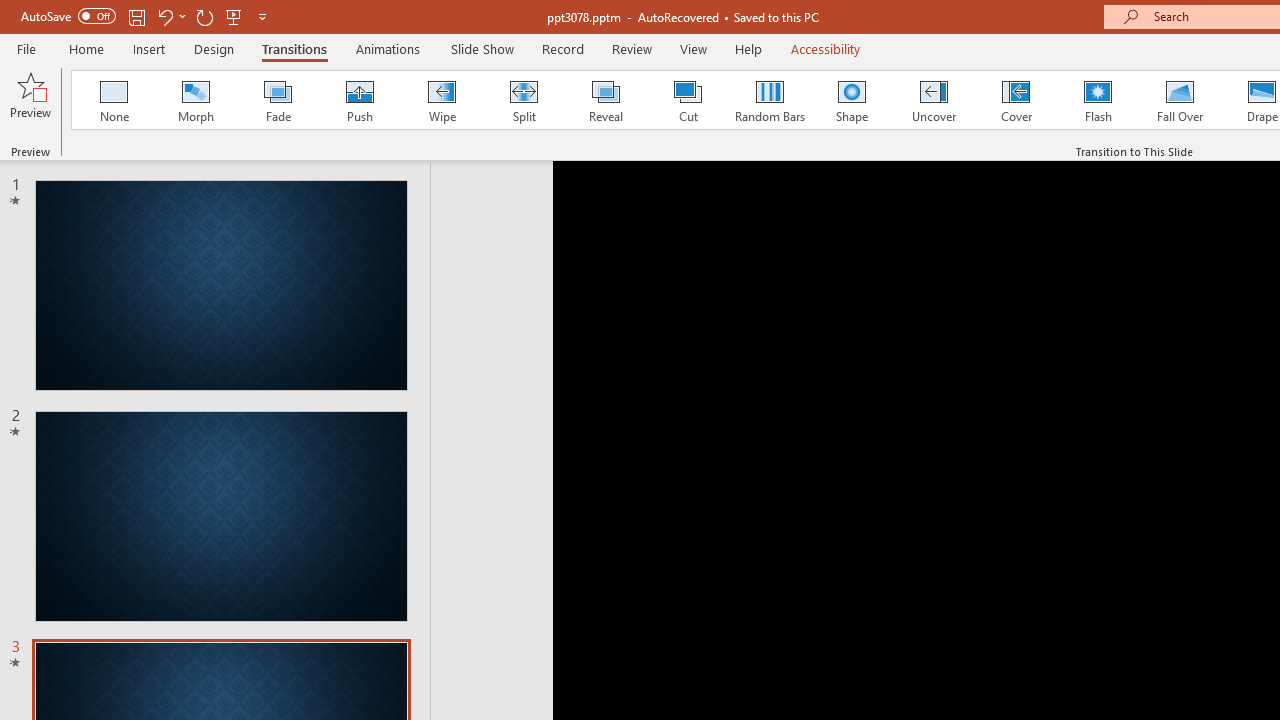 Image resolution: width=1280 pixels, height=720 pixels. I want to click on 'Flash', so click(1097, 100).